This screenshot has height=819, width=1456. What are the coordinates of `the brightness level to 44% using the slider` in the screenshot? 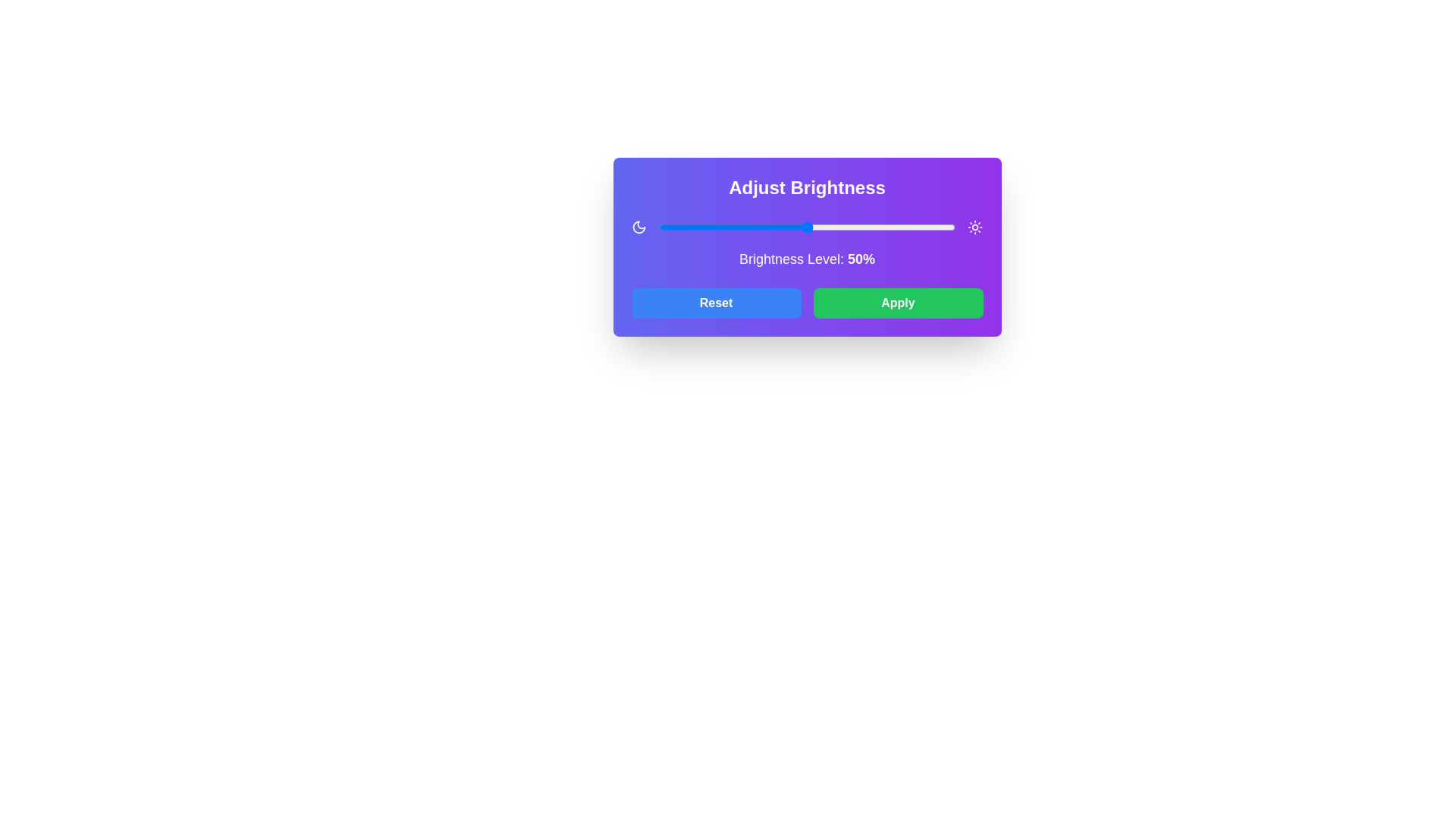 It's located at (789, 227).